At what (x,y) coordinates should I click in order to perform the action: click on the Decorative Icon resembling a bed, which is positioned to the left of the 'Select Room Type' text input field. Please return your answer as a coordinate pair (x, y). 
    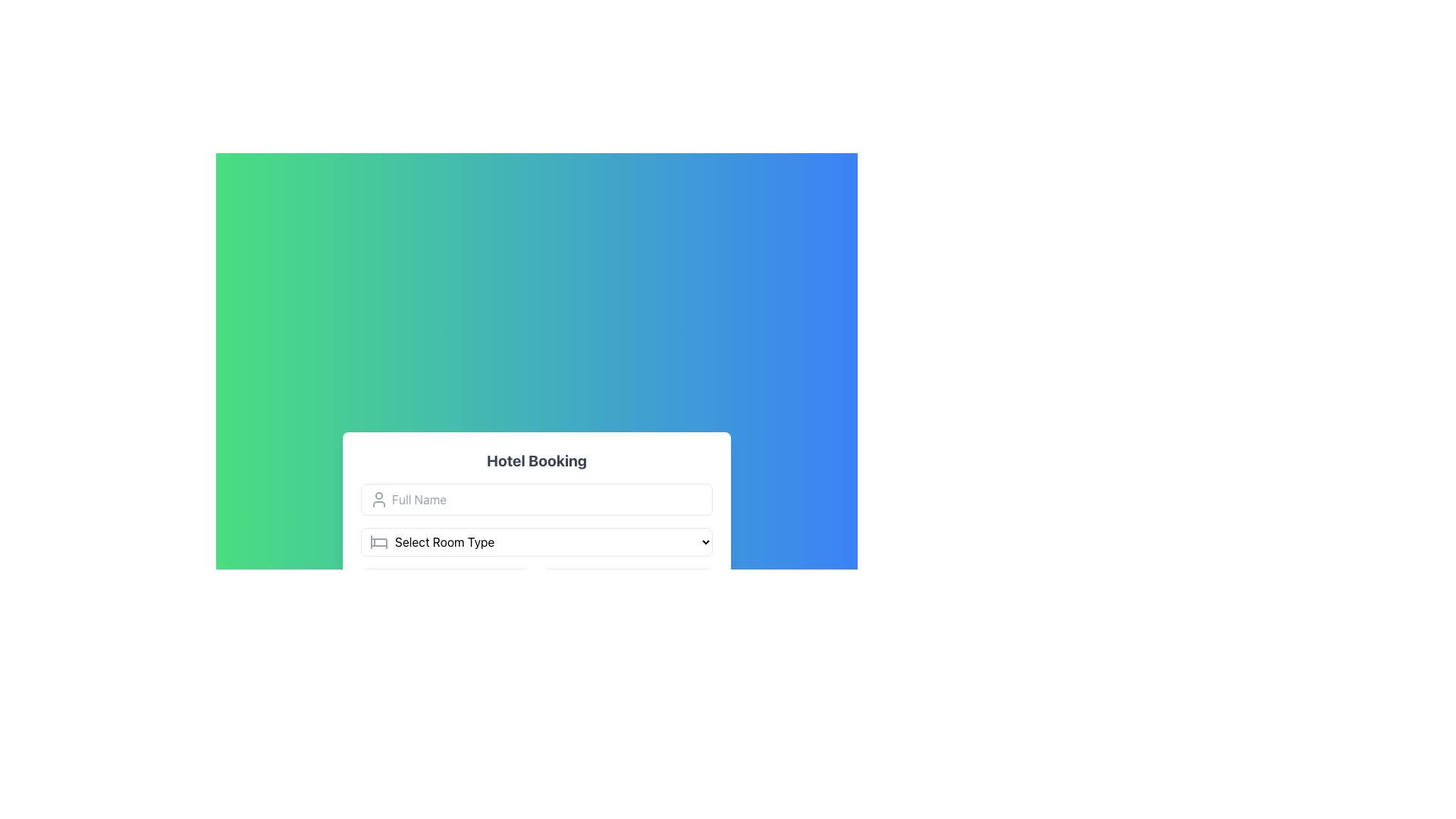
    Looking at the image, I should click on (378, 541).